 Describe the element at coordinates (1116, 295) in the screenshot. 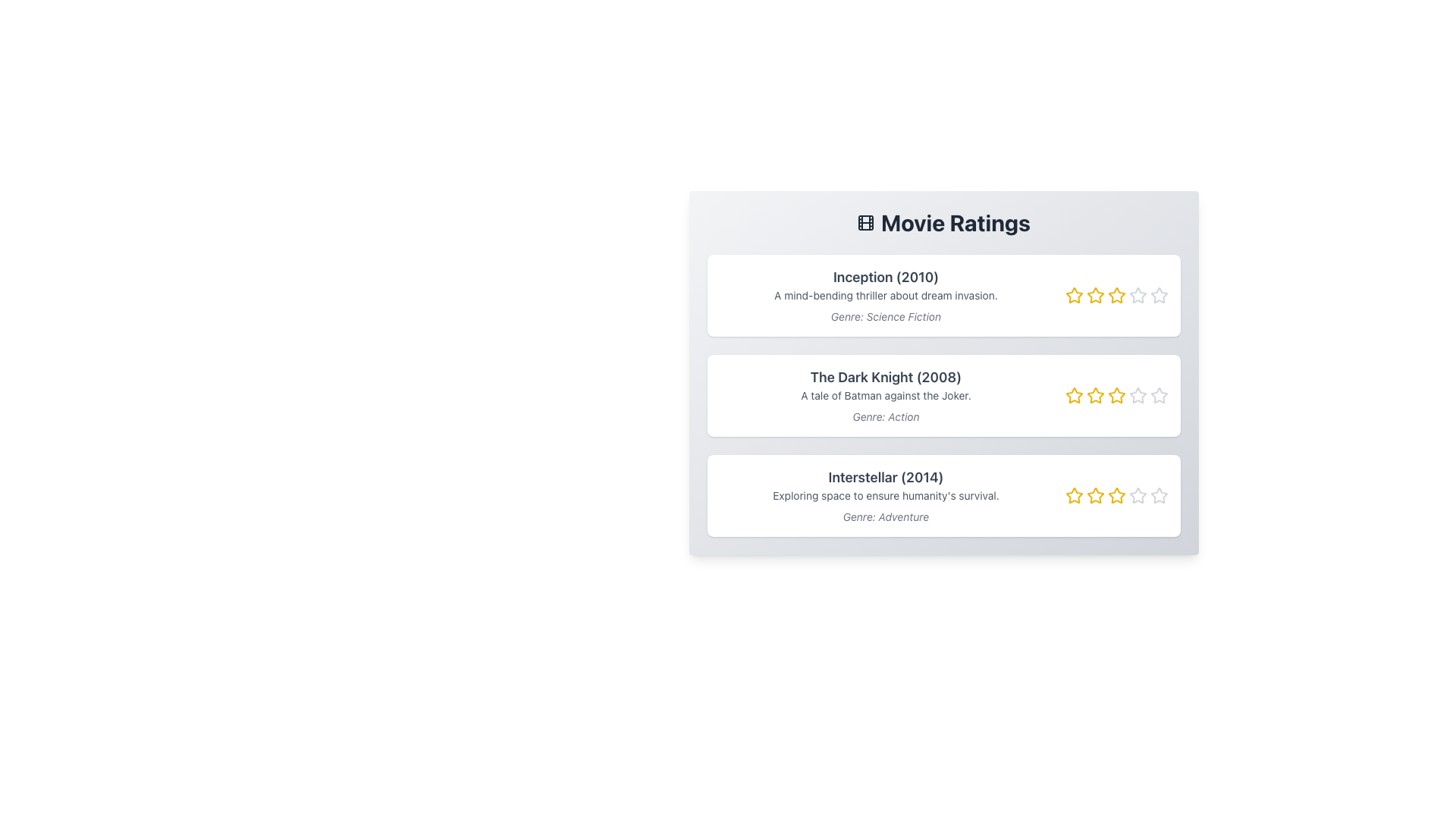

I see `the third Rating Star Icon for the movie 'Inception (2010)'` at that location.